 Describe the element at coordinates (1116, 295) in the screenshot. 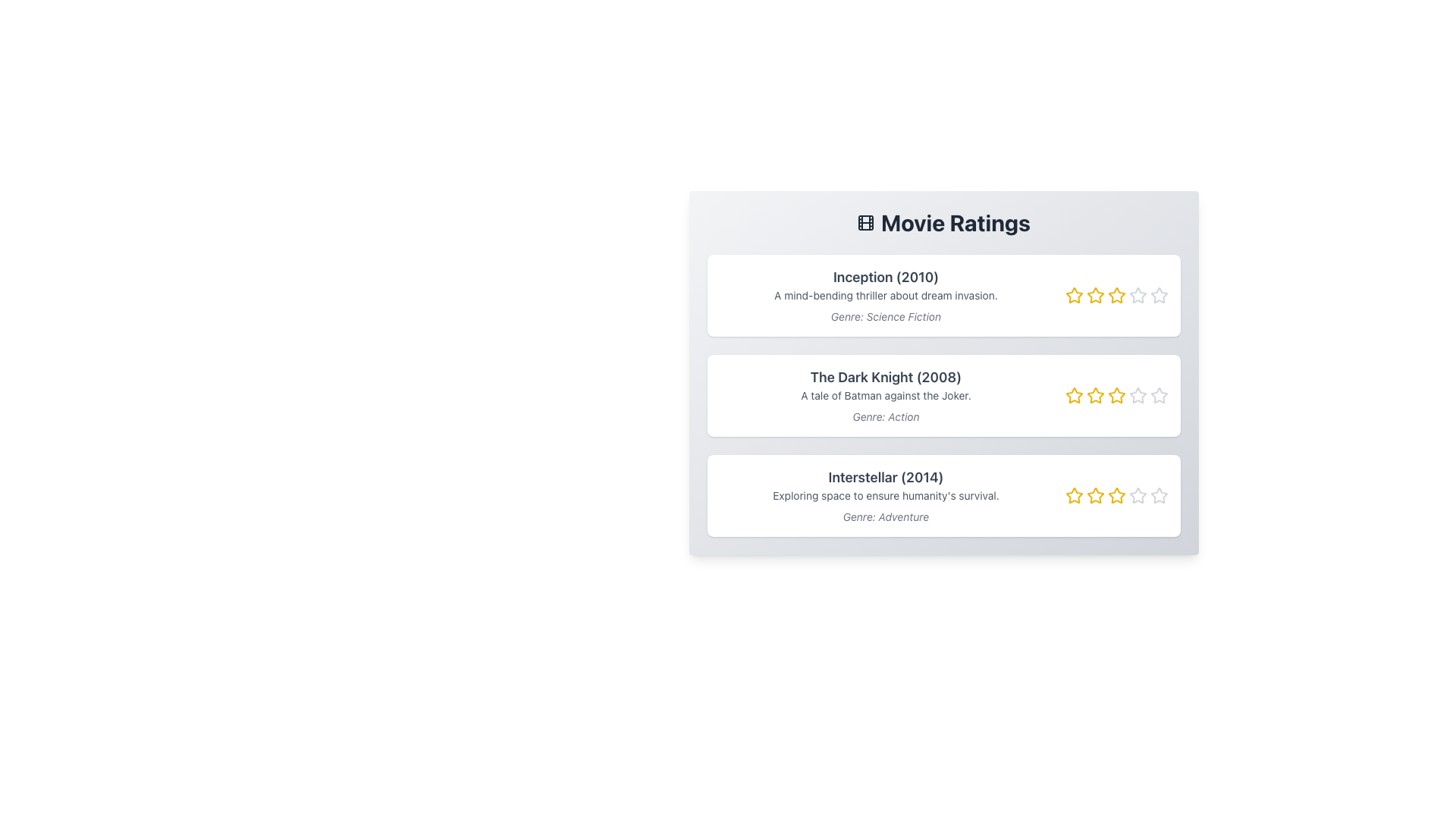

I see `the third Rating Star Icon for the movie 'Inception (2010)'` at that location.